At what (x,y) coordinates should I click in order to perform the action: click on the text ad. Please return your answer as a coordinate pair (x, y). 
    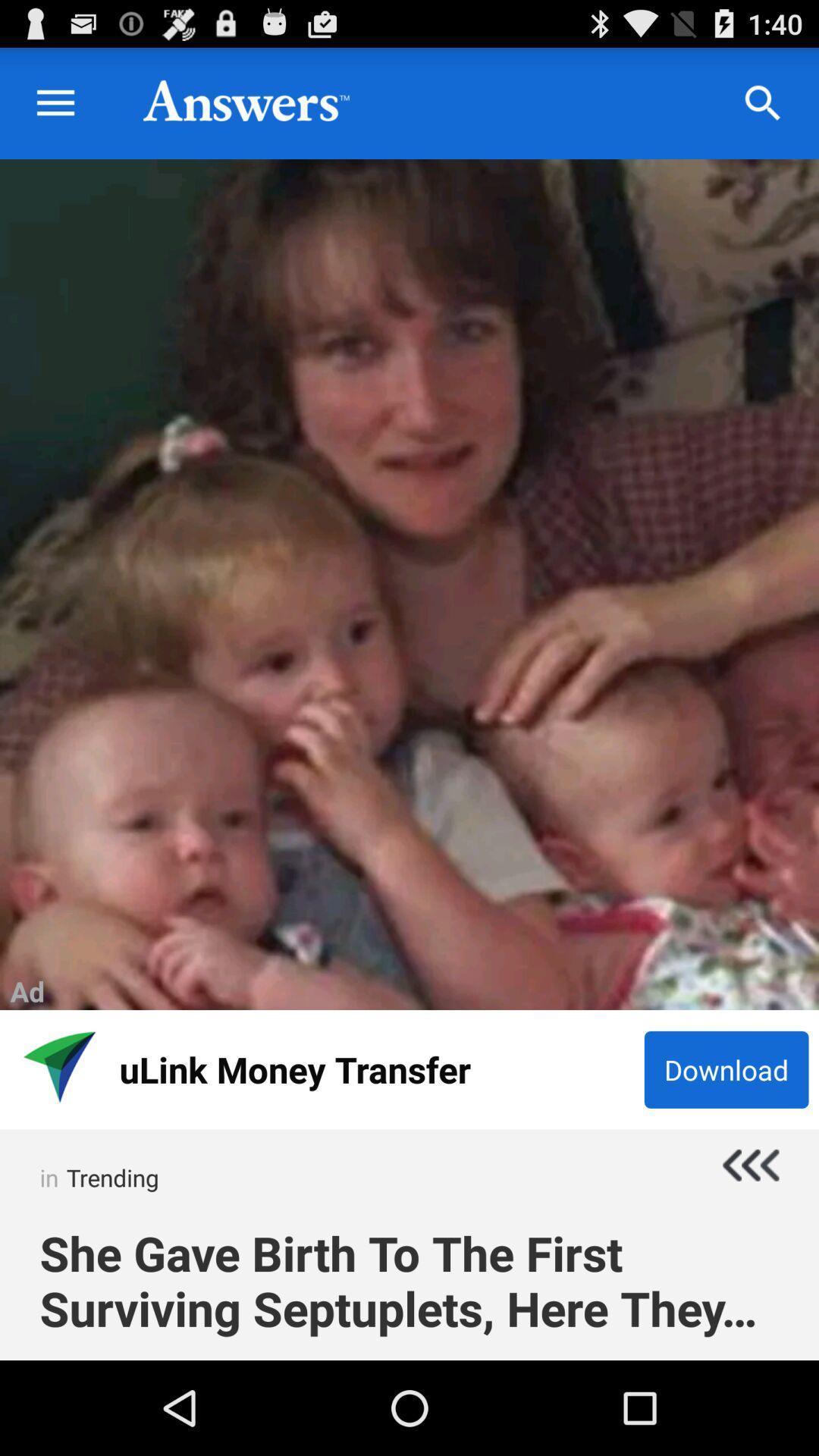
    Looking at the image, I should click on (27, 991).